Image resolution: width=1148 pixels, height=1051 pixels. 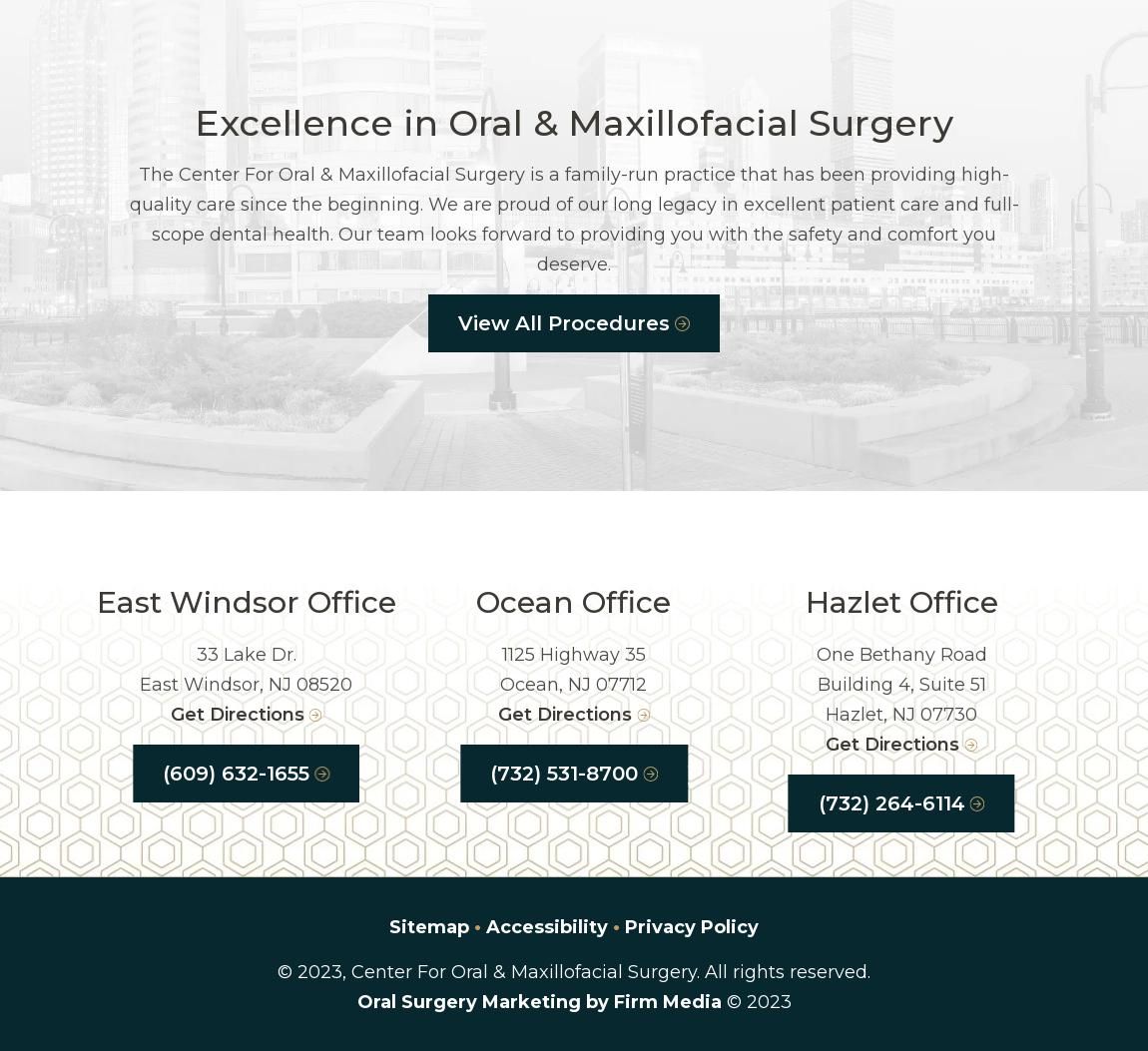 I want to click on '(732) 264-6114', so click(x=890, y=803).